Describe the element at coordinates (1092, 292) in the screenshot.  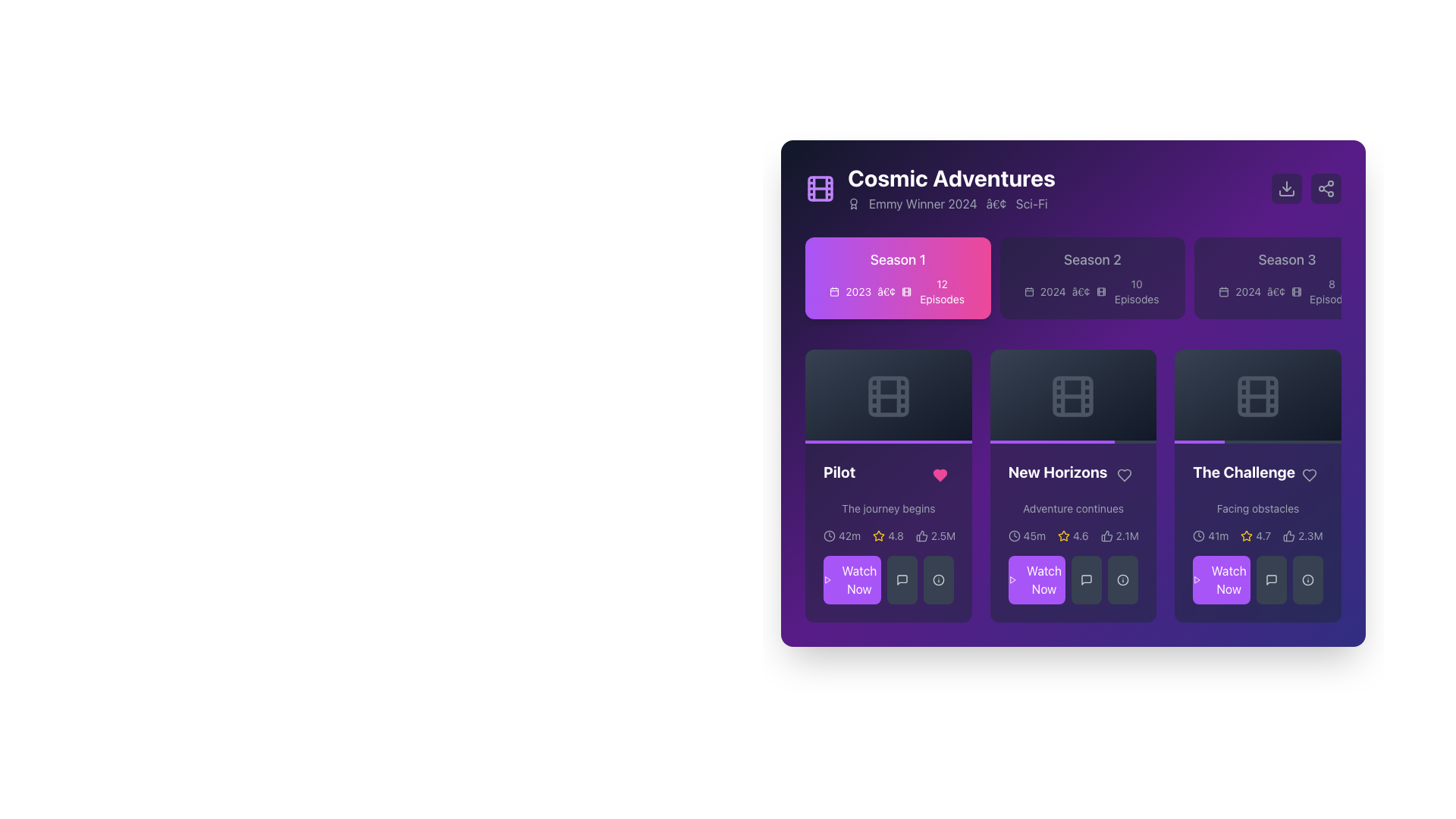
I see `the associated iconography of the text element summarizing the release year and episode count for 'Season 2' located below the title text in the season card` at that location.